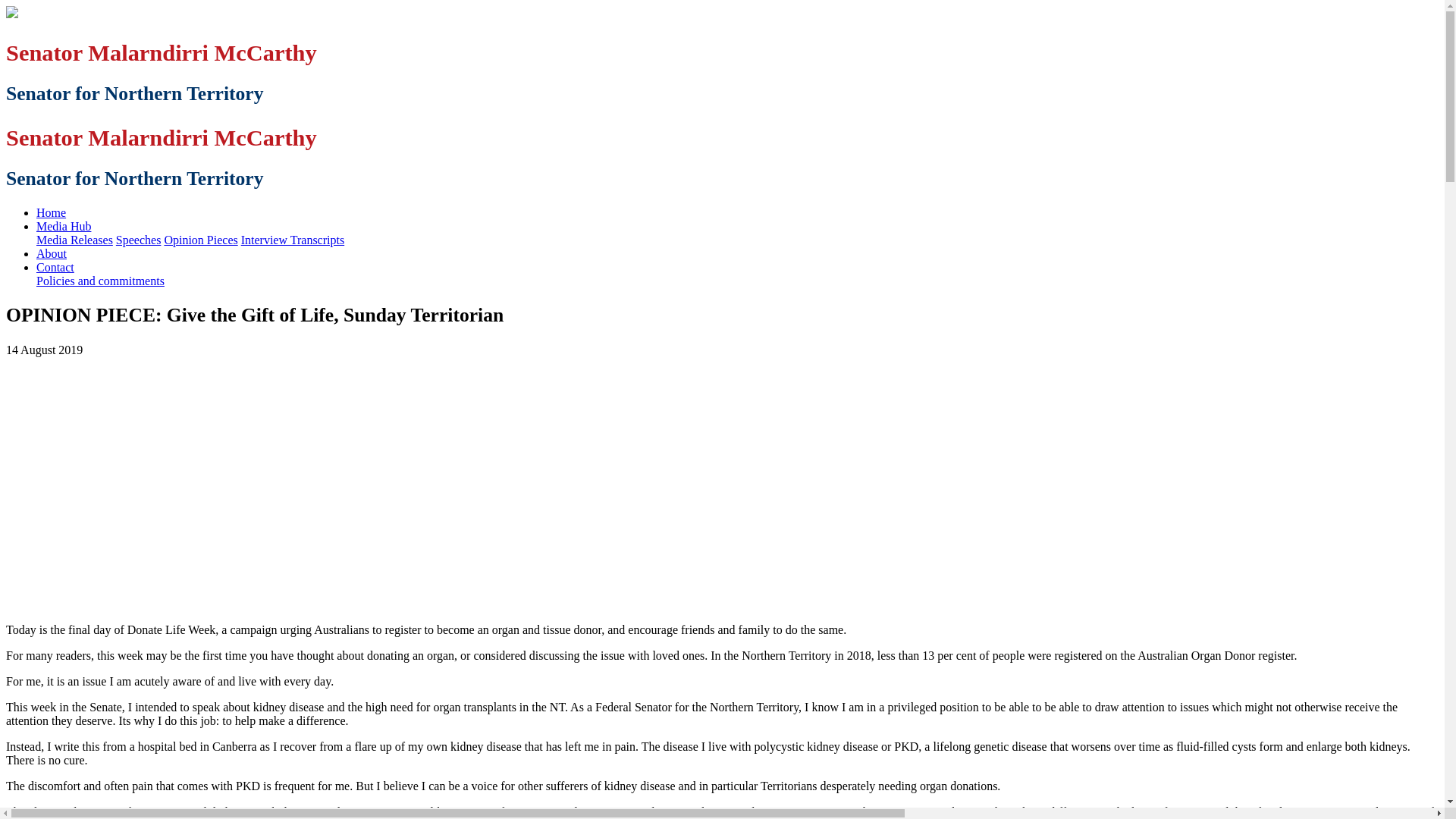  Describe the element at coordinates (199, 239) in the screenshot. I see `'Opinion Pieces'` at that location.